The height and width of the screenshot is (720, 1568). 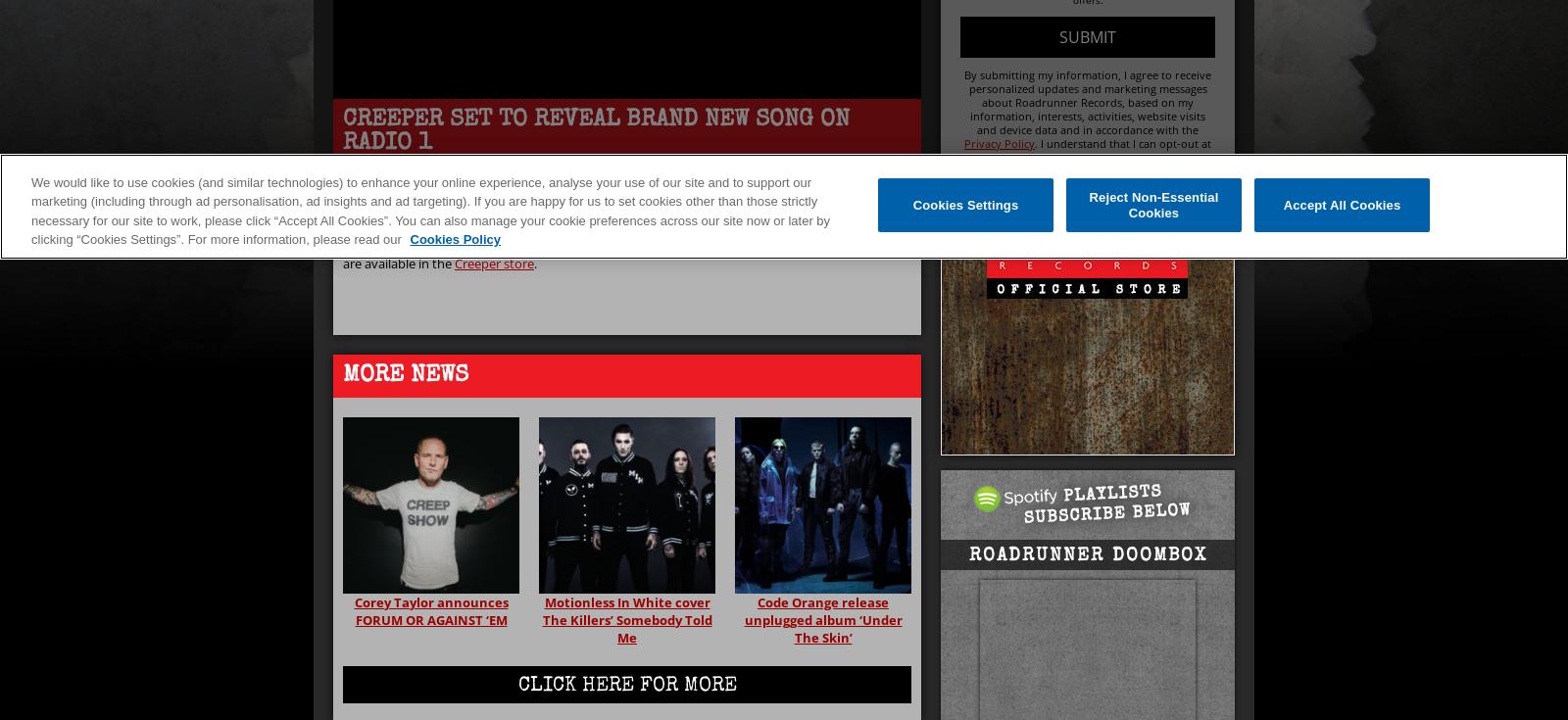 I want to click on 'Creeper set to reveal brand new song on Radio 1', so click(x=596, y=131).